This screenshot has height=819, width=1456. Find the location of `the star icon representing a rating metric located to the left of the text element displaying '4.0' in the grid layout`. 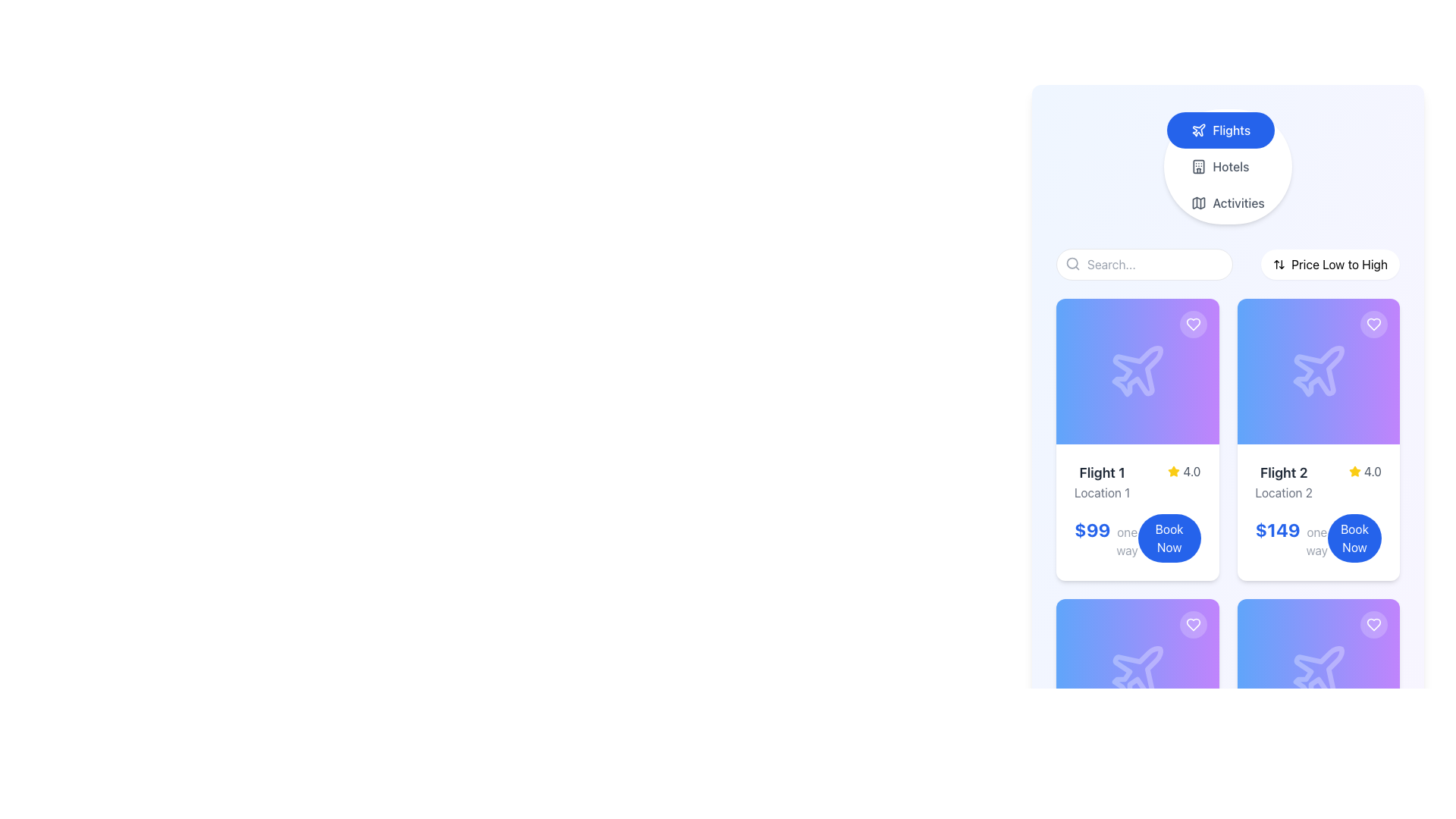

the star icon representing a rating metric located to the left of the text element displaying '4.0' in the grid layout is located at coordinates (1173, 470).